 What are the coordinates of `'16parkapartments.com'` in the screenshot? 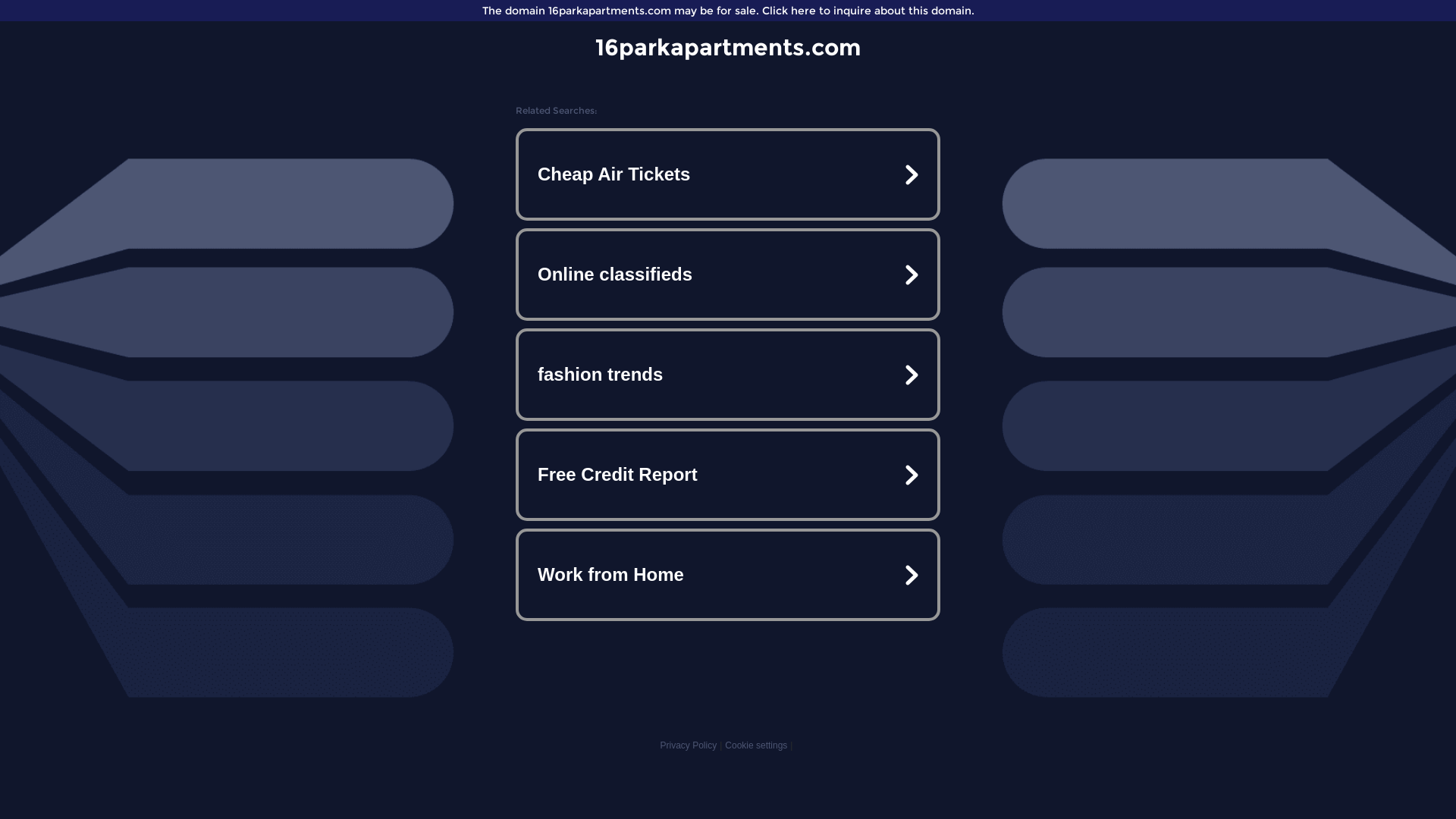 It's located at (728, 46).